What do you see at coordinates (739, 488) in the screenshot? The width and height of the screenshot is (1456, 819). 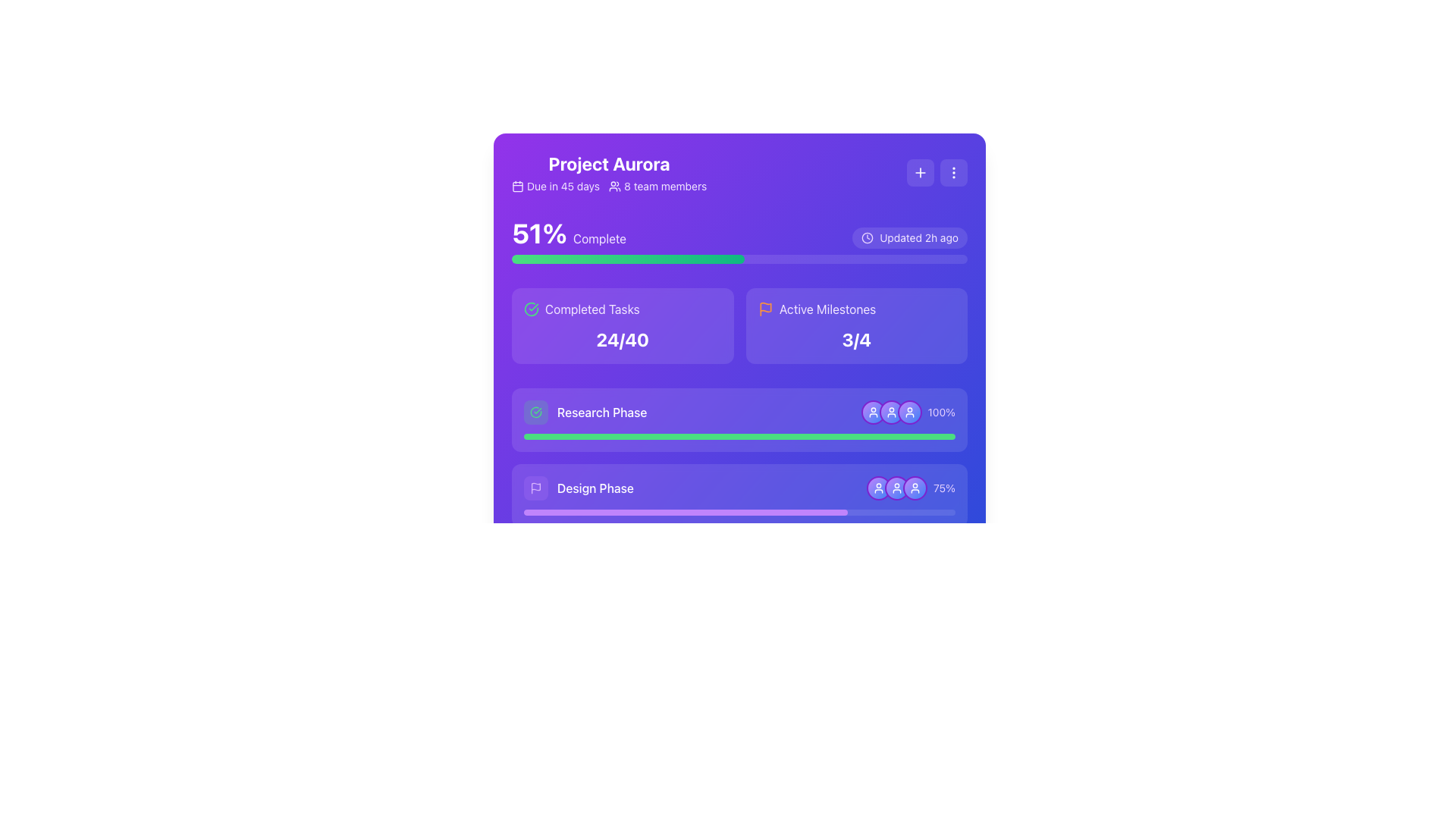 I see `the progress bar indicating the completion percentage of the Design Phase section, located within a card-like section near the bottom of the interface, specifically the second bar below the title 'Research Phase.'` at bounding box center [739, 488].